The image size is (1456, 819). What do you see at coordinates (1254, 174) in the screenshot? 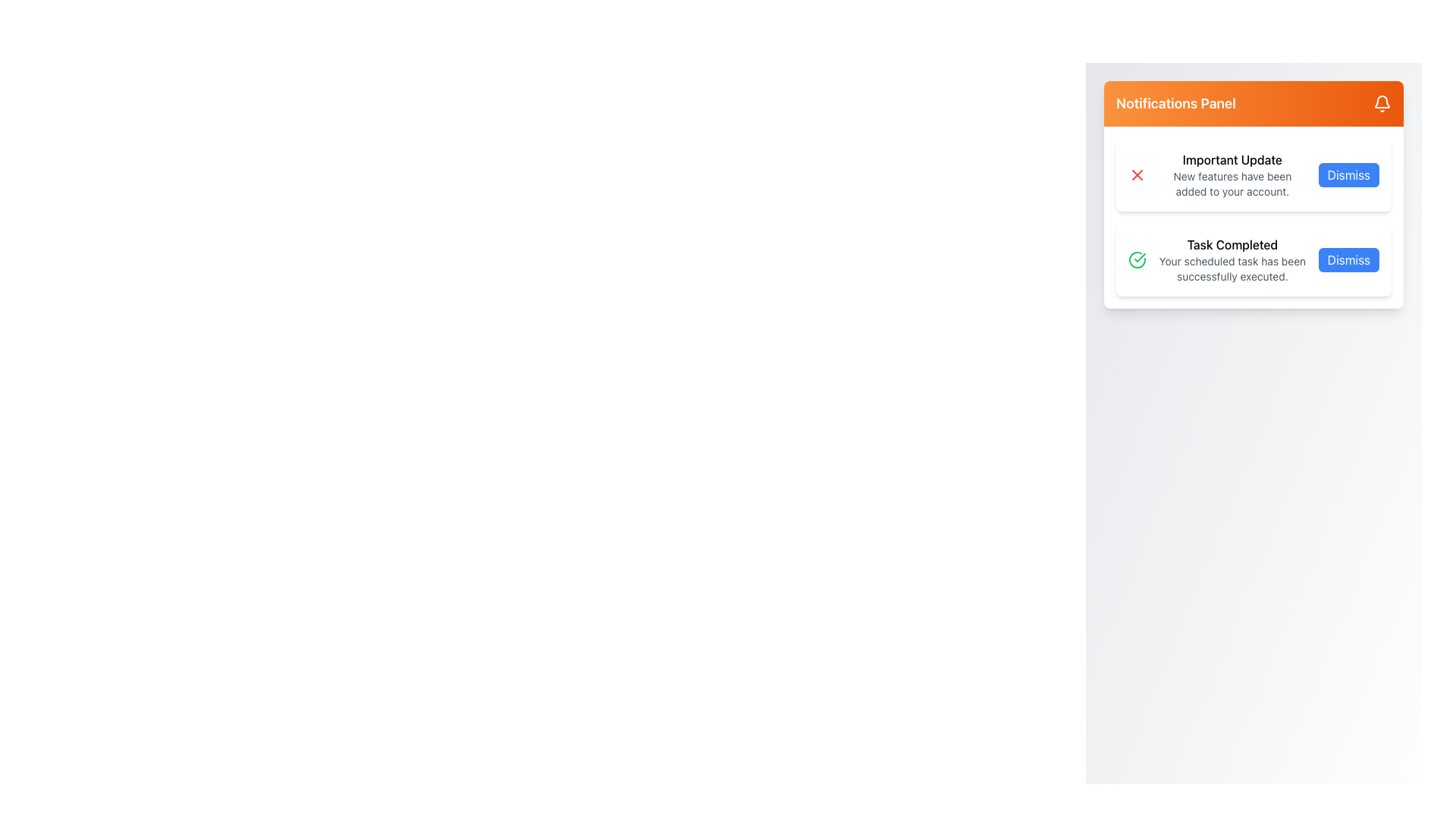
I see `title and description of the first notification card in the notifications panel, which informs the user about an important account update` at bounding box center [1254, 174].